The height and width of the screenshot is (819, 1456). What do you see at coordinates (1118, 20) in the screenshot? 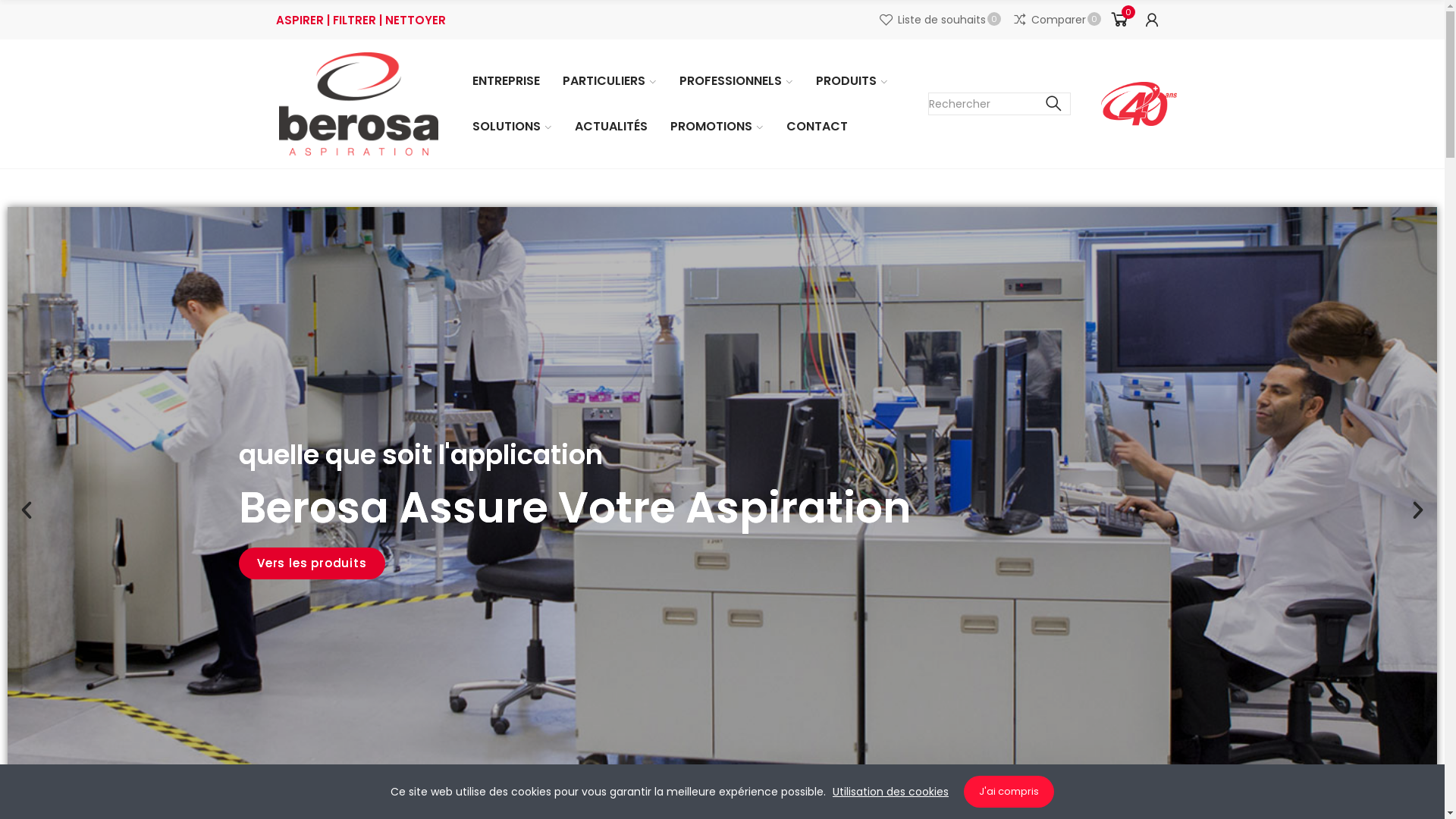
I see `'0'` at bounding box center [1118, 20].